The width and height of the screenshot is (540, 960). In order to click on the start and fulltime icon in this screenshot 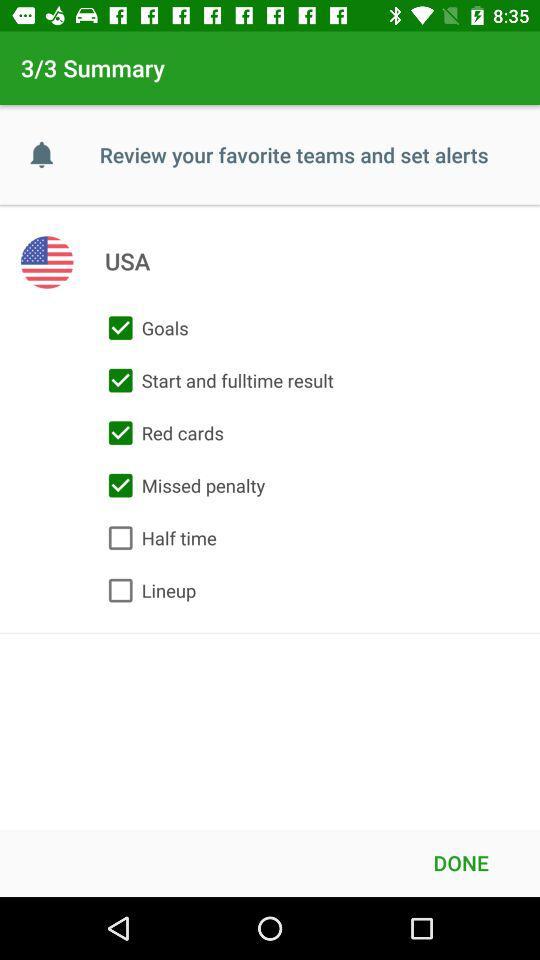, I will do `click(215, 379)`.